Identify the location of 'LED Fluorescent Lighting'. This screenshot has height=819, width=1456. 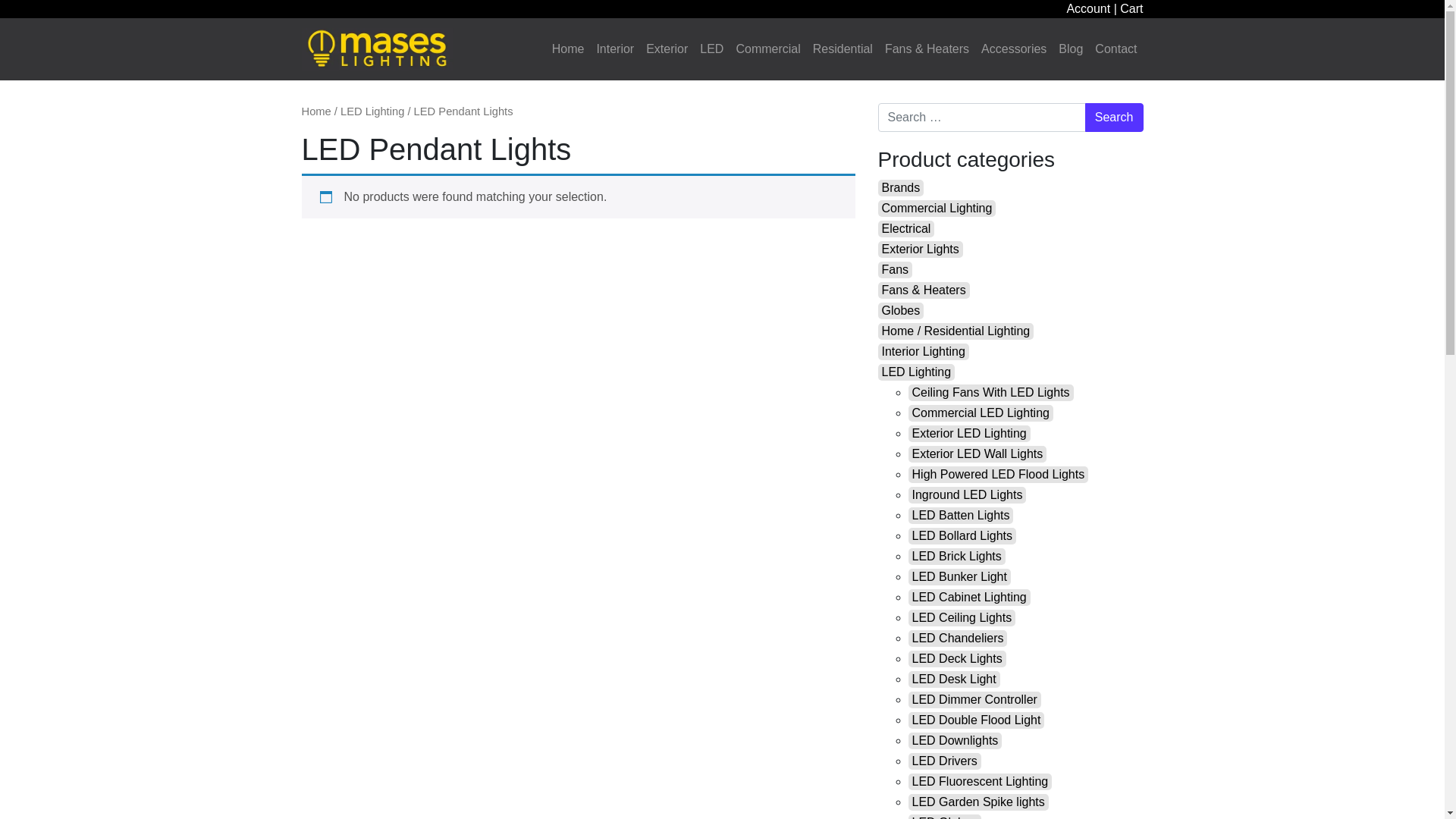
(908, 781).